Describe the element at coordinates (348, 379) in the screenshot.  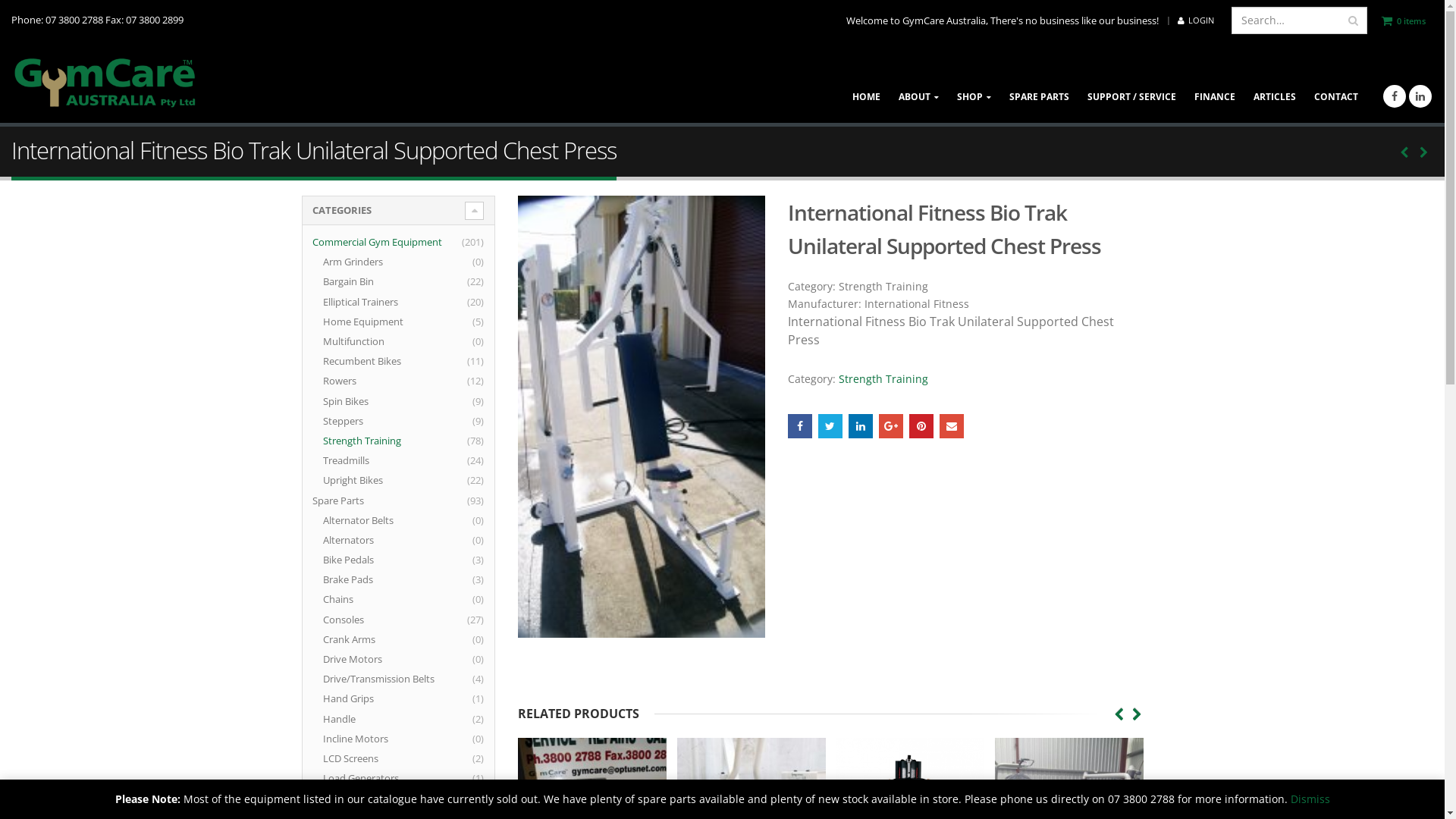
I see `'Rowers'` at that location.